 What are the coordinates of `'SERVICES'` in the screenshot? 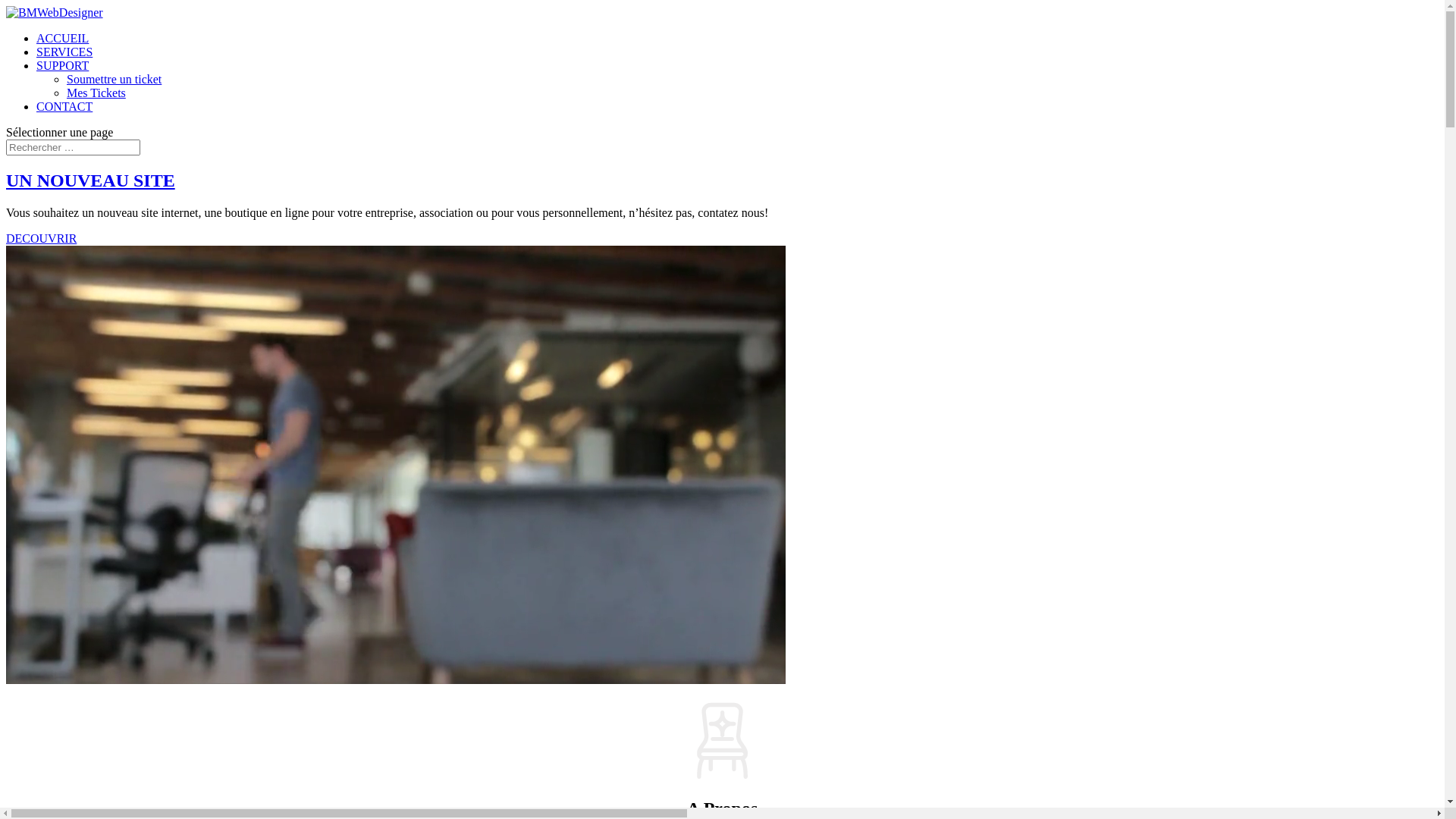 It's located at (64, 51).